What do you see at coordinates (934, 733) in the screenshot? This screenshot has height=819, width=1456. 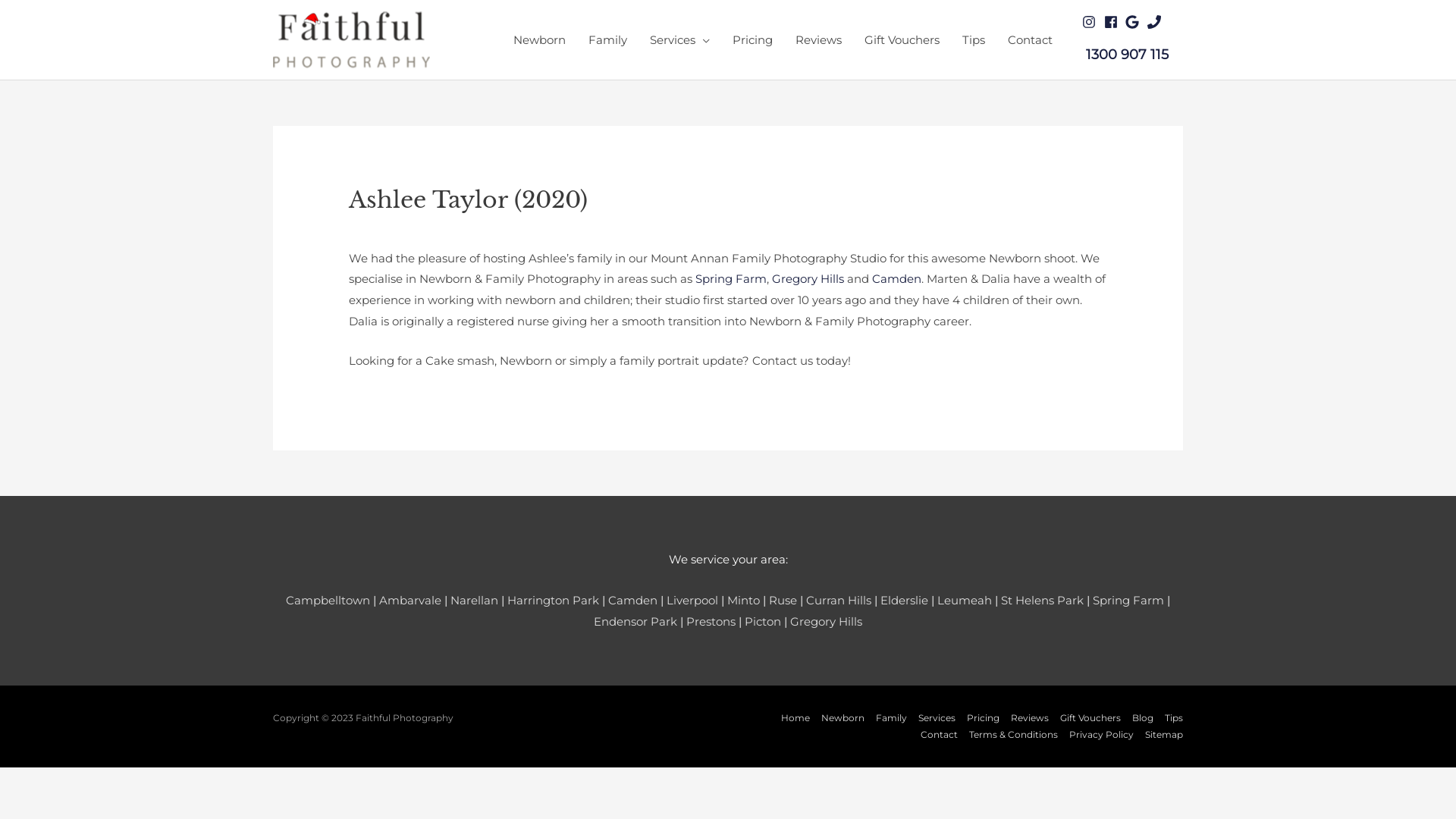 I see `'Contact'` at bounding box center [934, 733].